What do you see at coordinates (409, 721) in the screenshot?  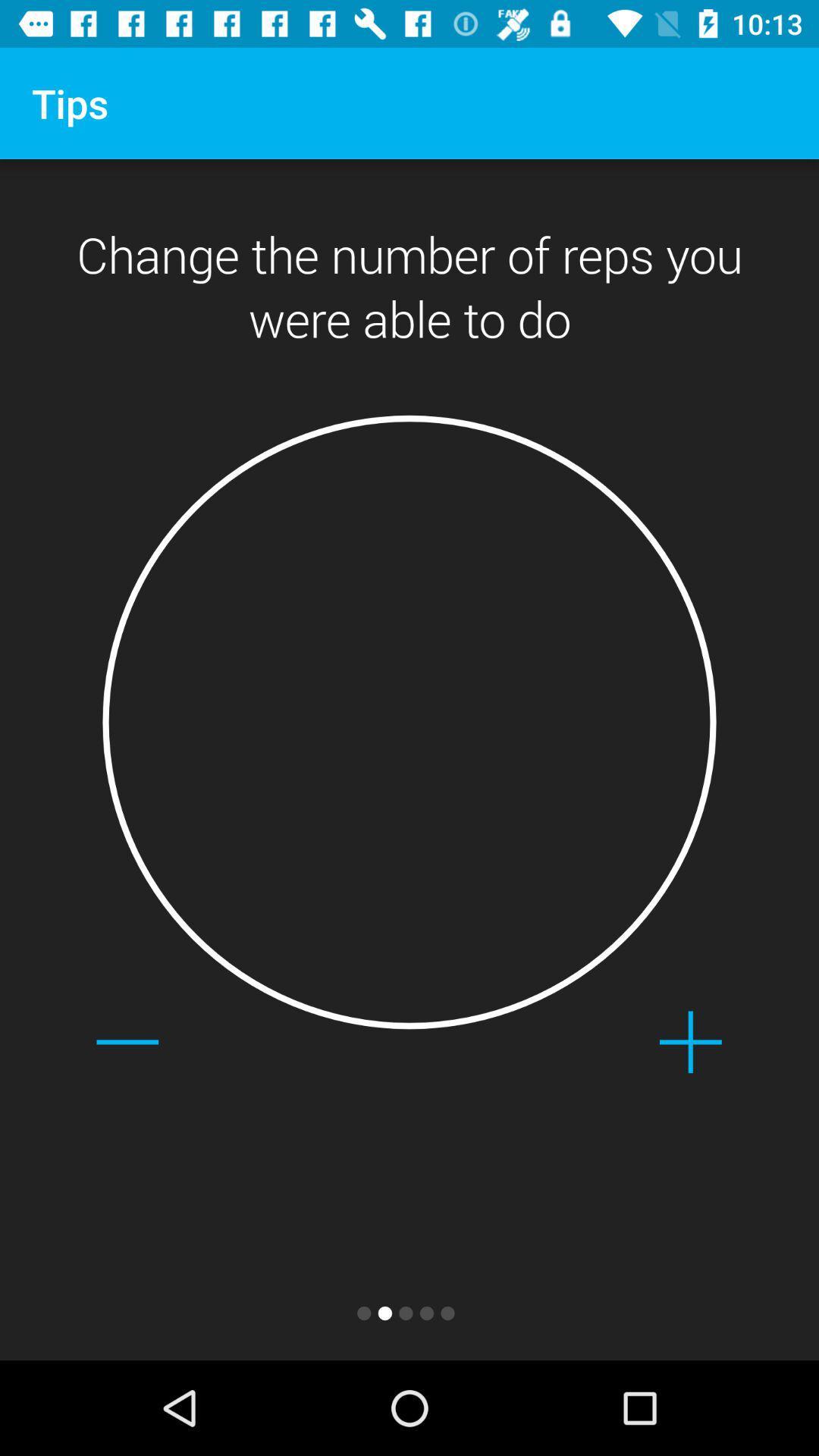 I see `the item below the change the number item` at bounding box center [409, 721].